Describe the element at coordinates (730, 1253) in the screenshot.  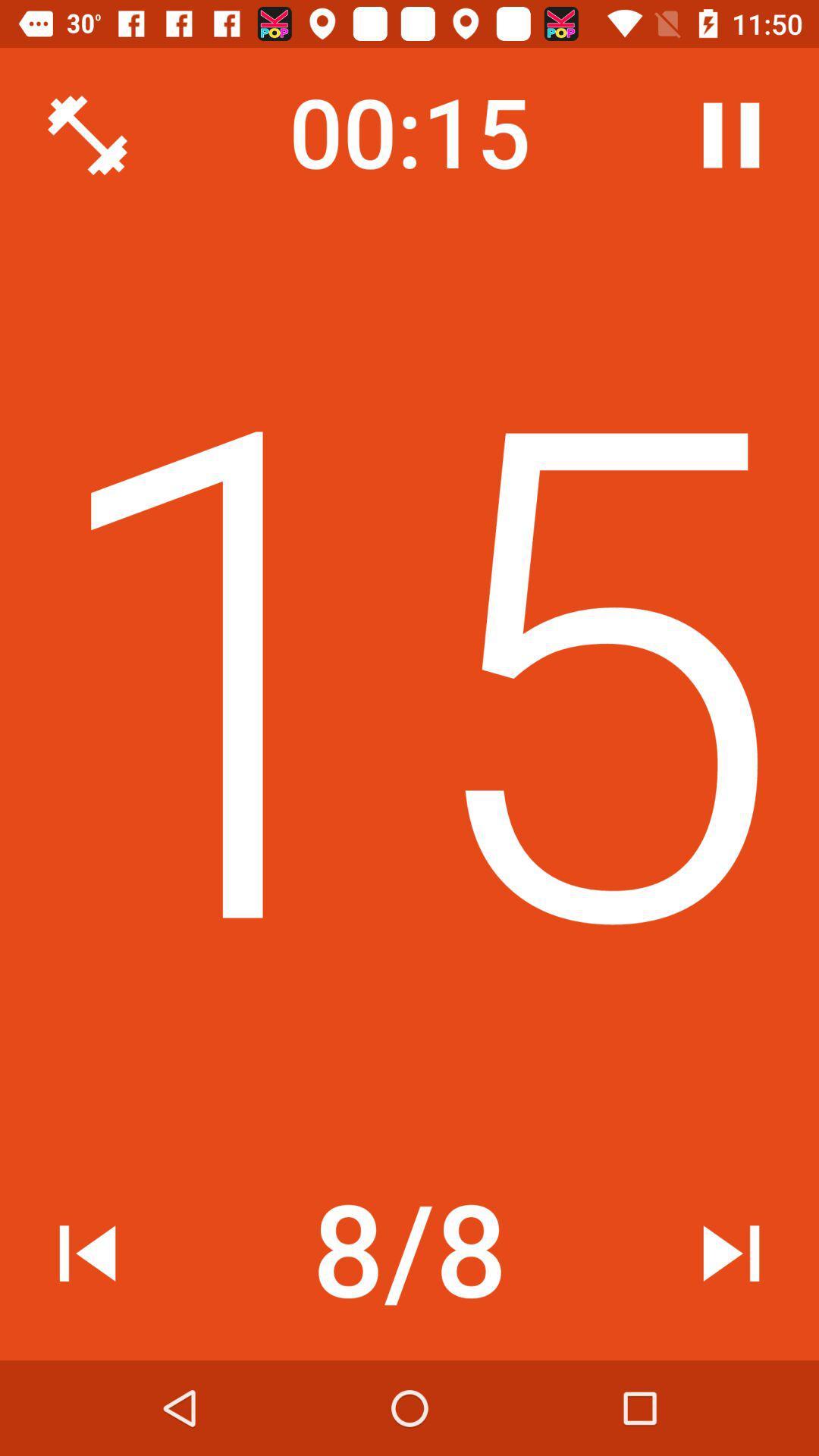
I see `the icon next to the 8/8 icon` at that location.